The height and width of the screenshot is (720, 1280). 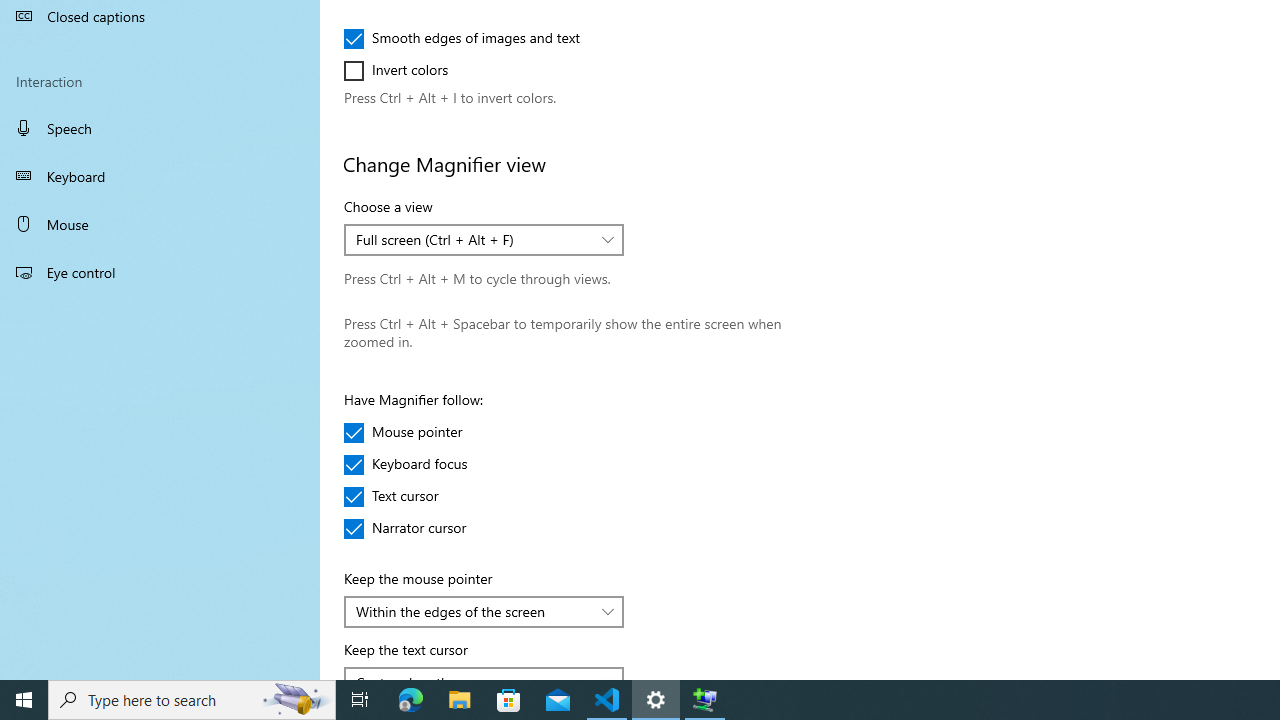 What do you see at coordinates (484, 239) in the screenshot?
I see `'Choose a view'` at bounding box center [484, 239].